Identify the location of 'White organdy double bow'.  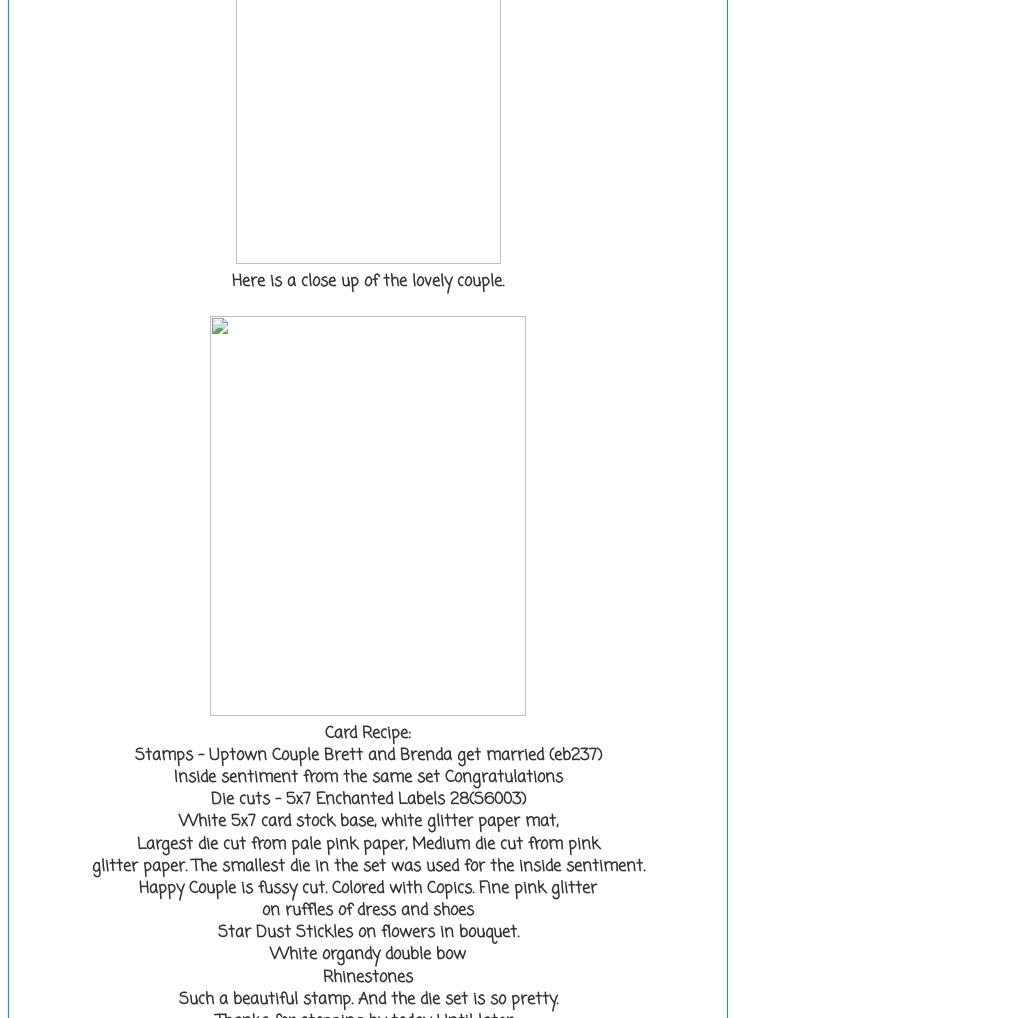
(367, 953).